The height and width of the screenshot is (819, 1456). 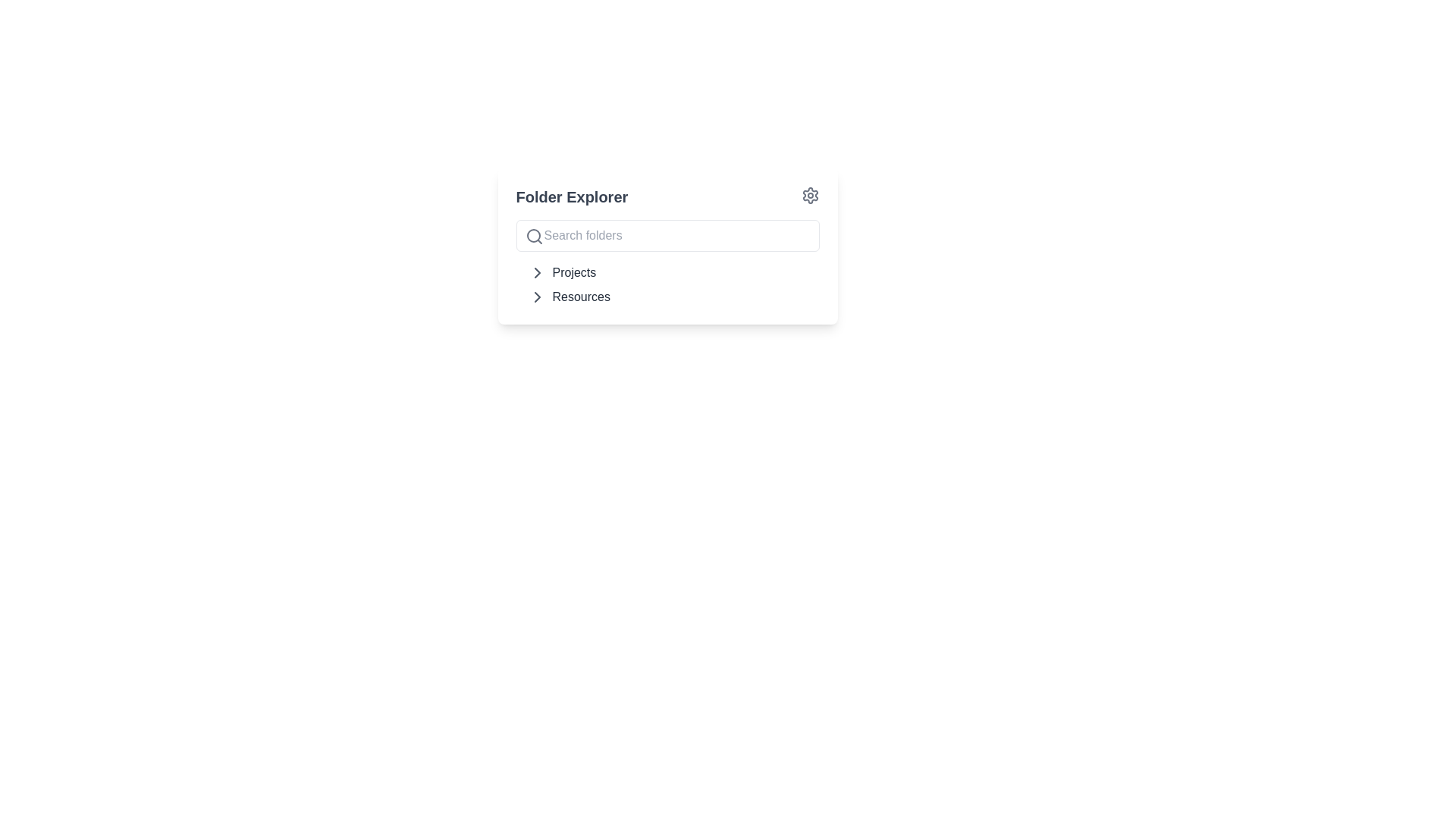 I want to click on the chevron icon indicating the 'Resources' folder in the 'Folder Explorer' section to expand or collapse its contents, so click(x=537, y=271).